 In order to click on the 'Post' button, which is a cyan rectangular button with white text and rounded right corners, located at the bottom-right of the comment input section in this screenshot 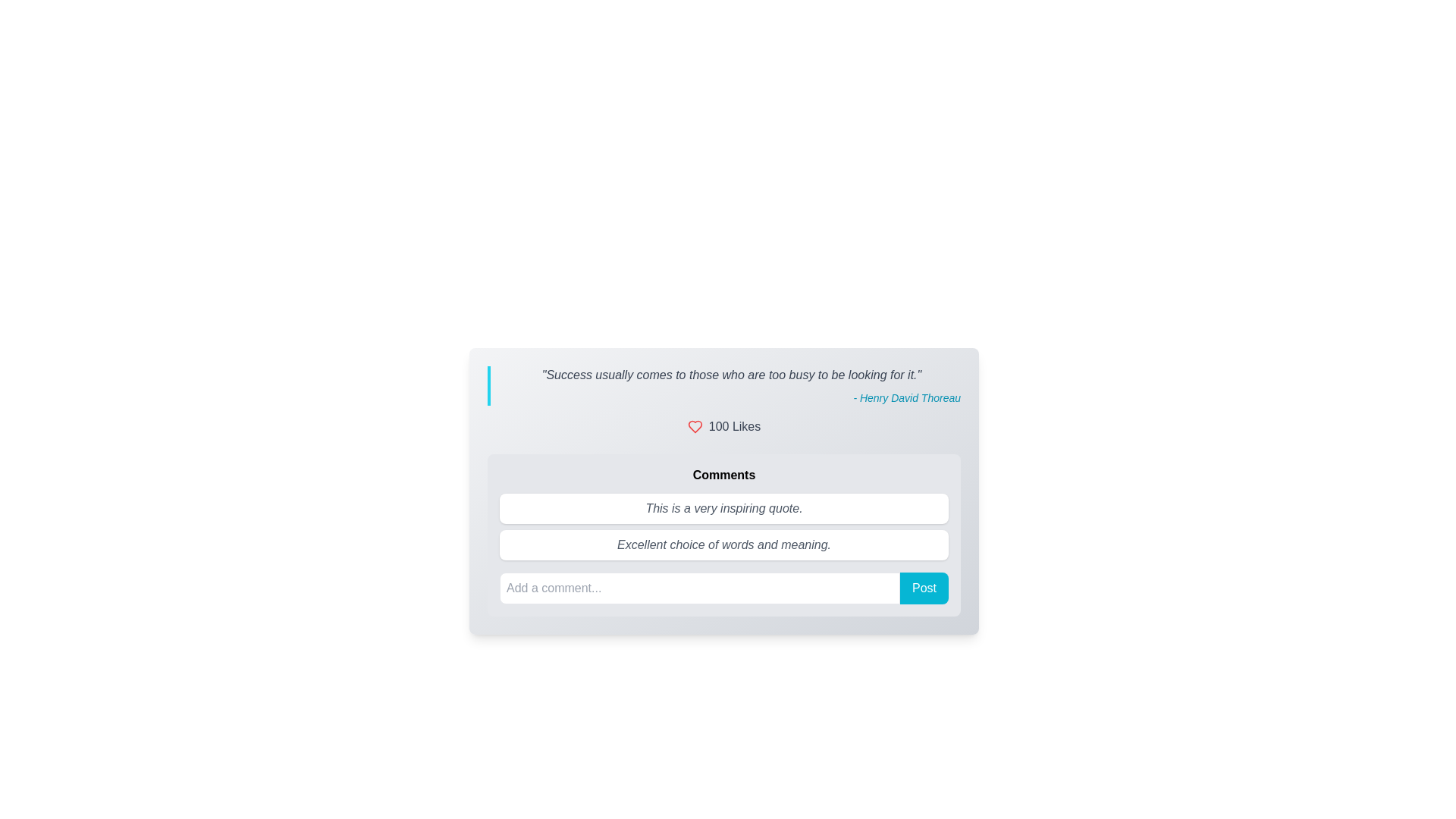, I will do `click(924, 587)`.